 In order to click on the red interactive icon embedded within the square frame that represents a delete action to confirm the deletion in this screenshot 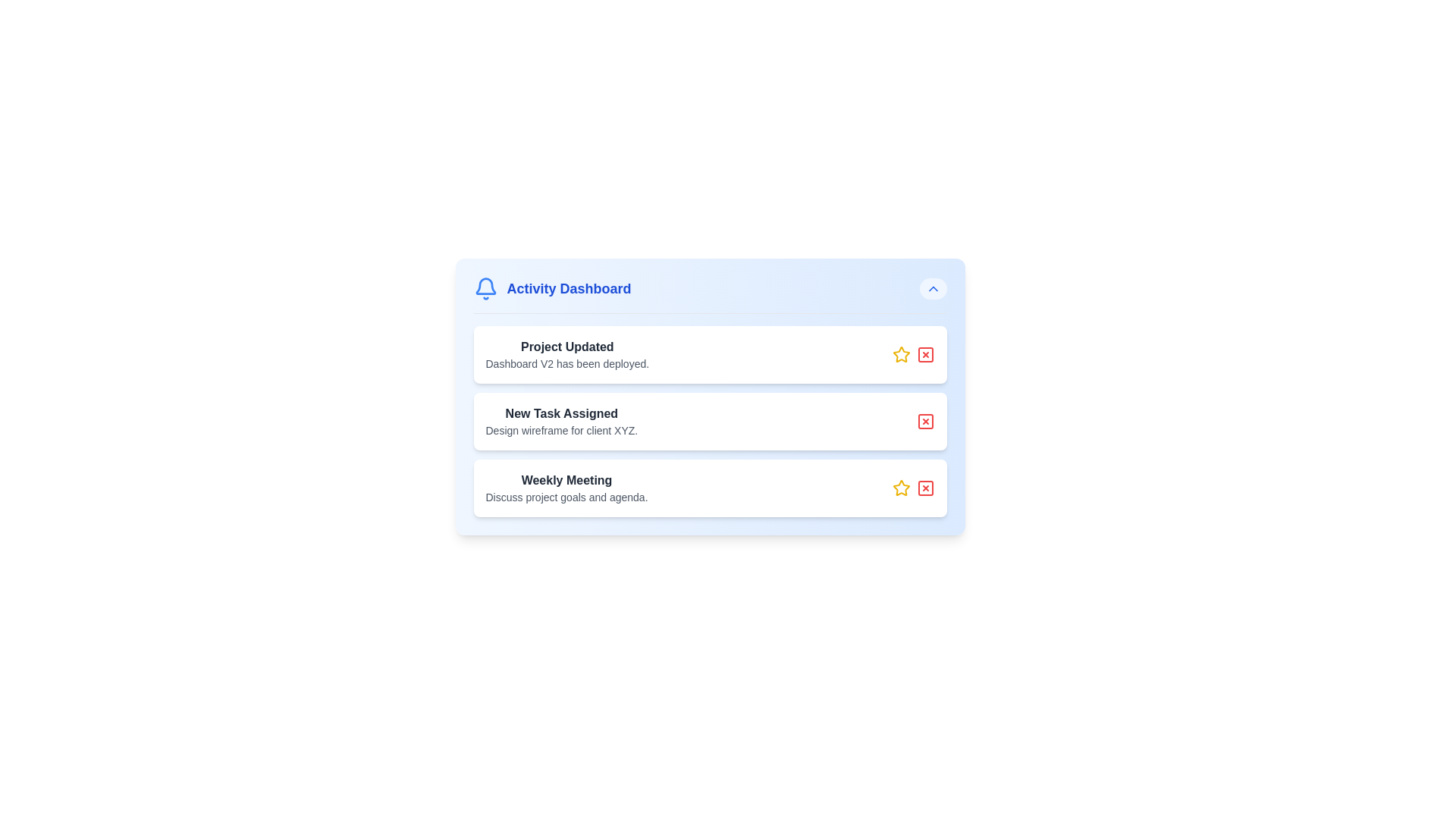, I will do `click(924, 488)`.